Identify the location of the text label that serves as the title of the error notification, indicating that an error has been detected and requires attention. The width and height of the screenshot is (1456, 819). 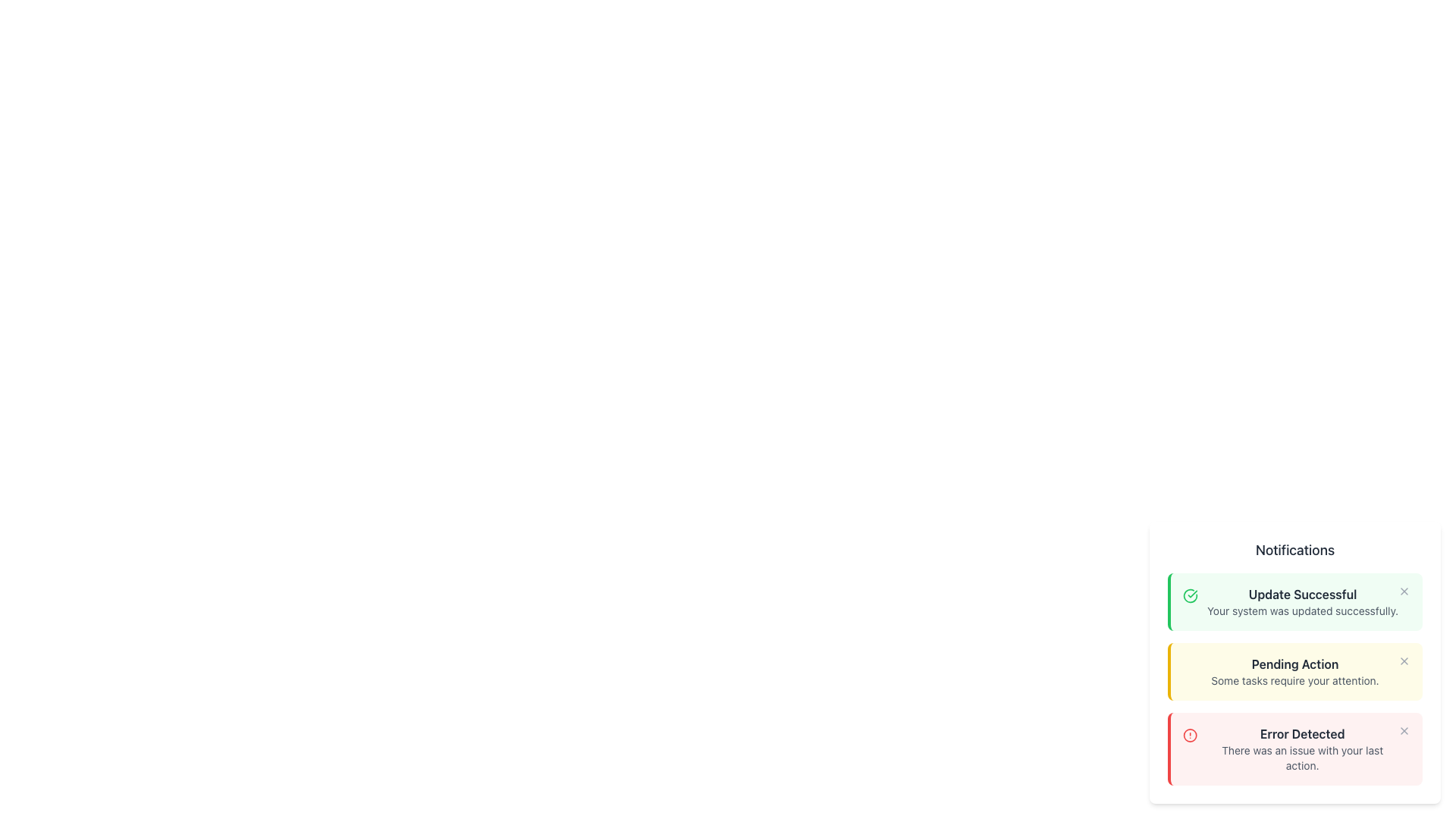
(1301, 733).